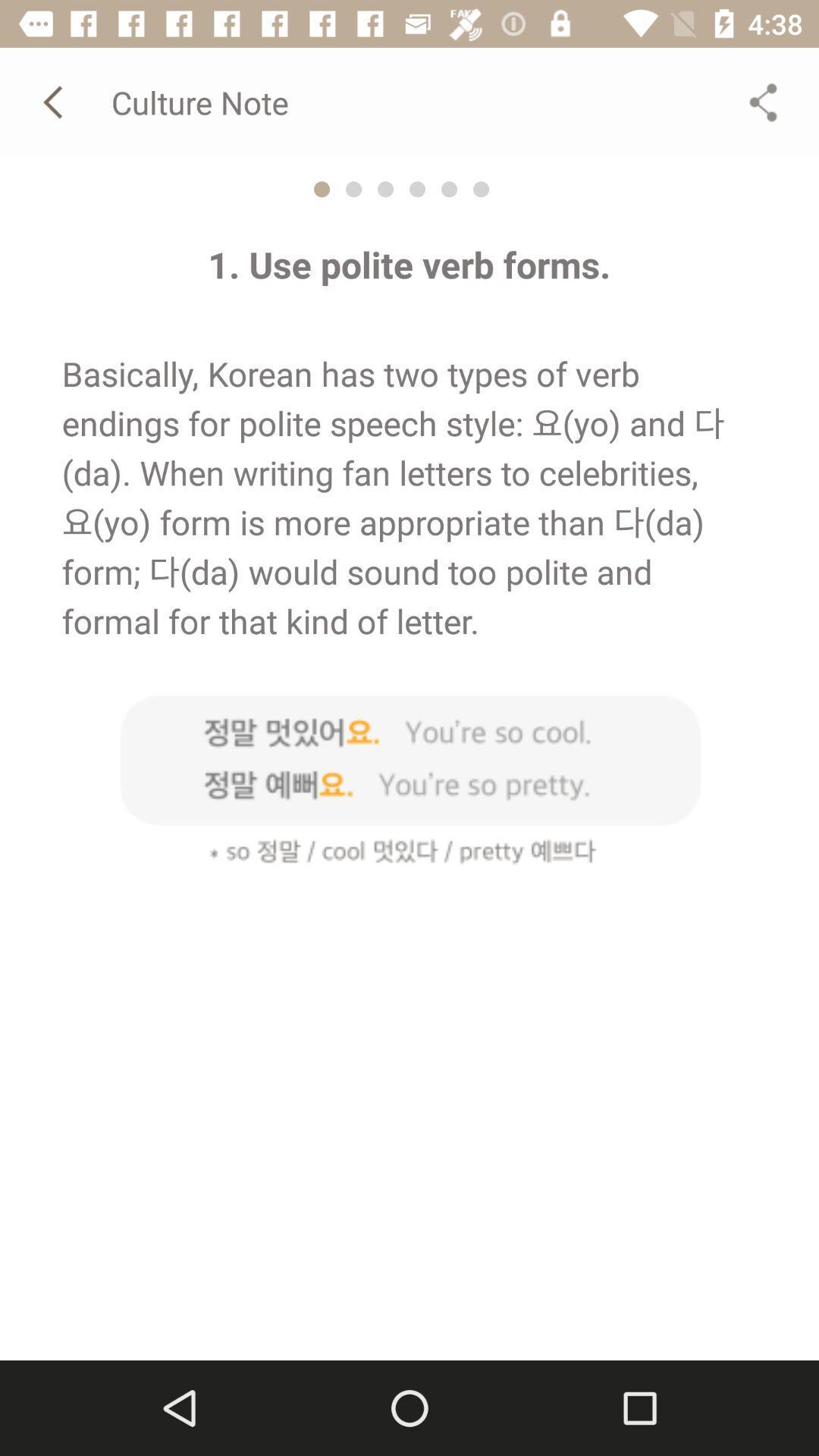  Describe the element at coordinates (55, 102) in the screenshot. I see `the arrow button to the immediate left of culture note` at that location.